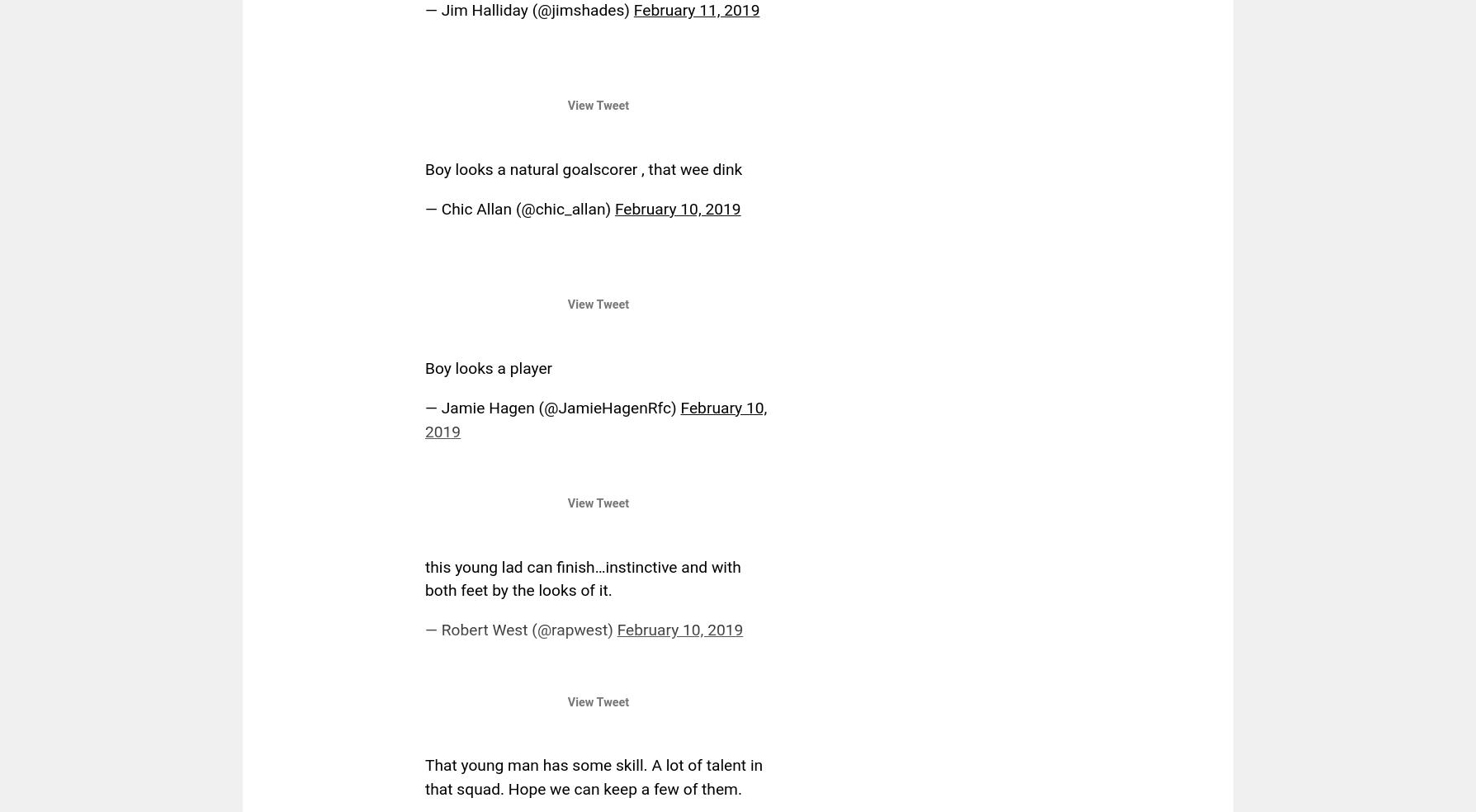 The height and width of the screenshot is (812, 1476). What do you see at coordinates (593, 777) in the screenshot?
I see `'That young man has some skill. A lot of talent in that squad. Hope we can keep a few of them.'` at bounding box center [593, 777].